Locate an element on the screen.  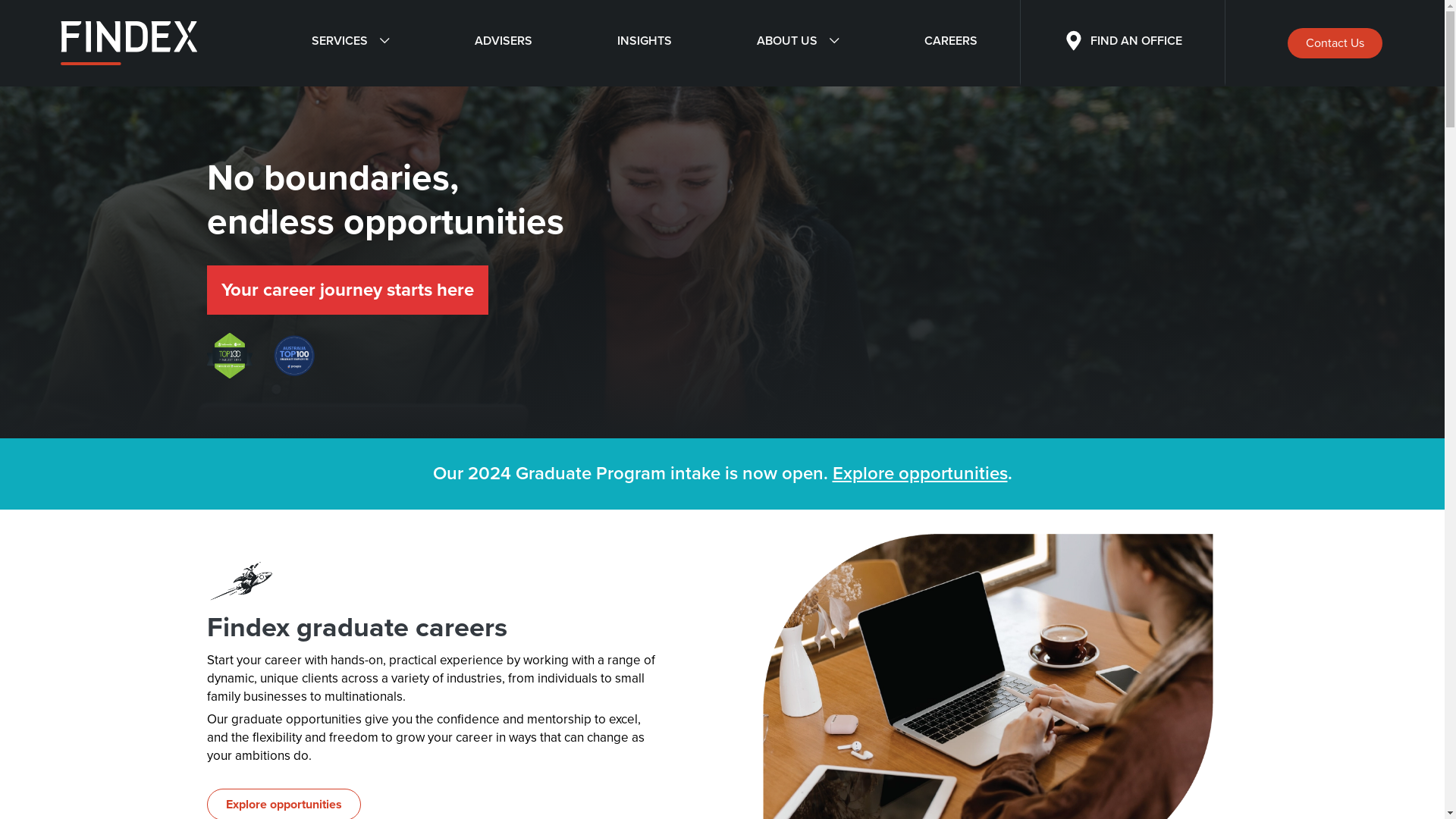
'ABOUT US' is located at coordinates (796, 42).